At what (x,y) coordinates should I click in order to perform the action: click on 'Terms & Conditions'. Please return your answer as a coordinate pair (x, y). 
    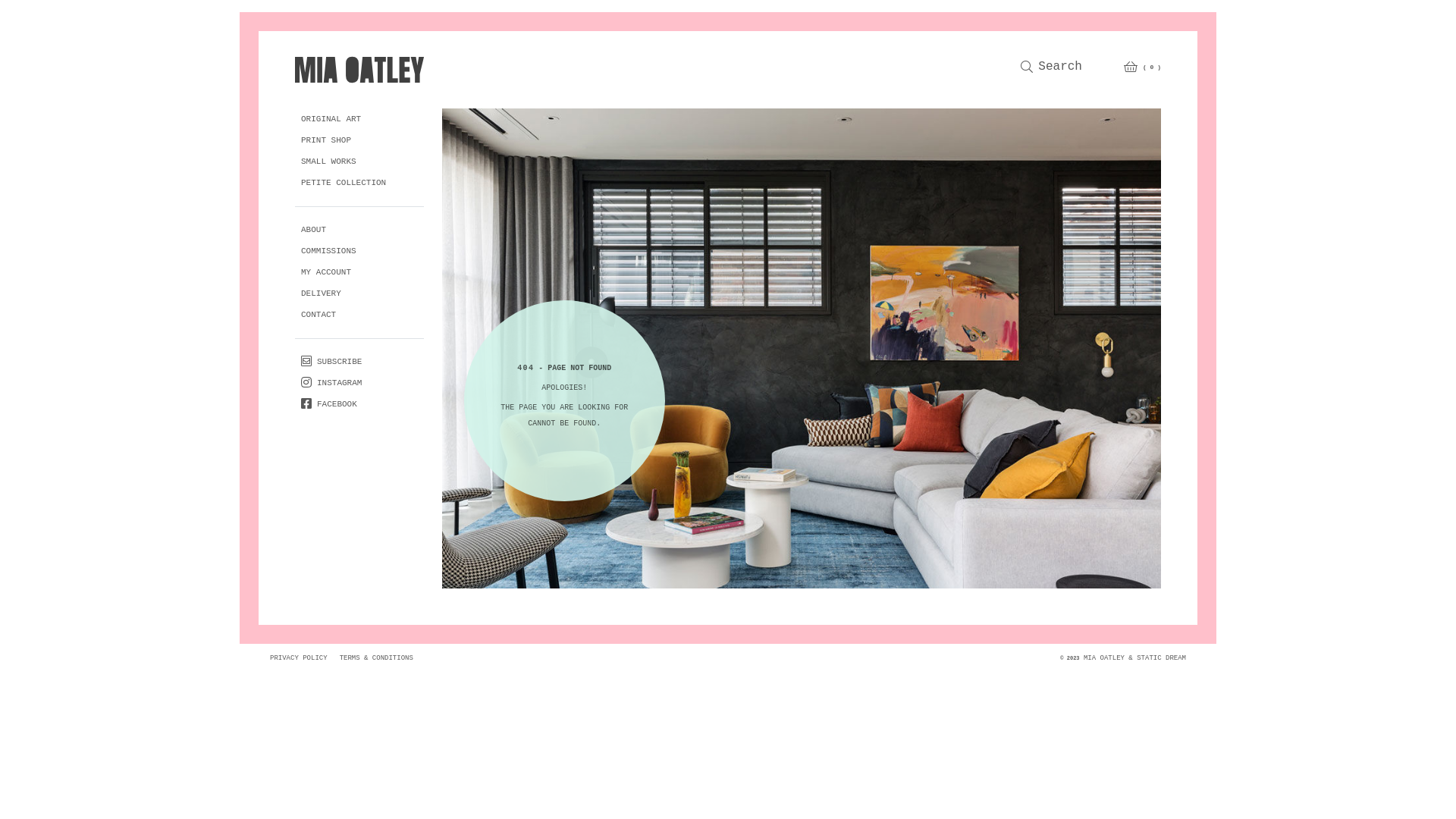
    Looking at the image, I should click on (376, 656).